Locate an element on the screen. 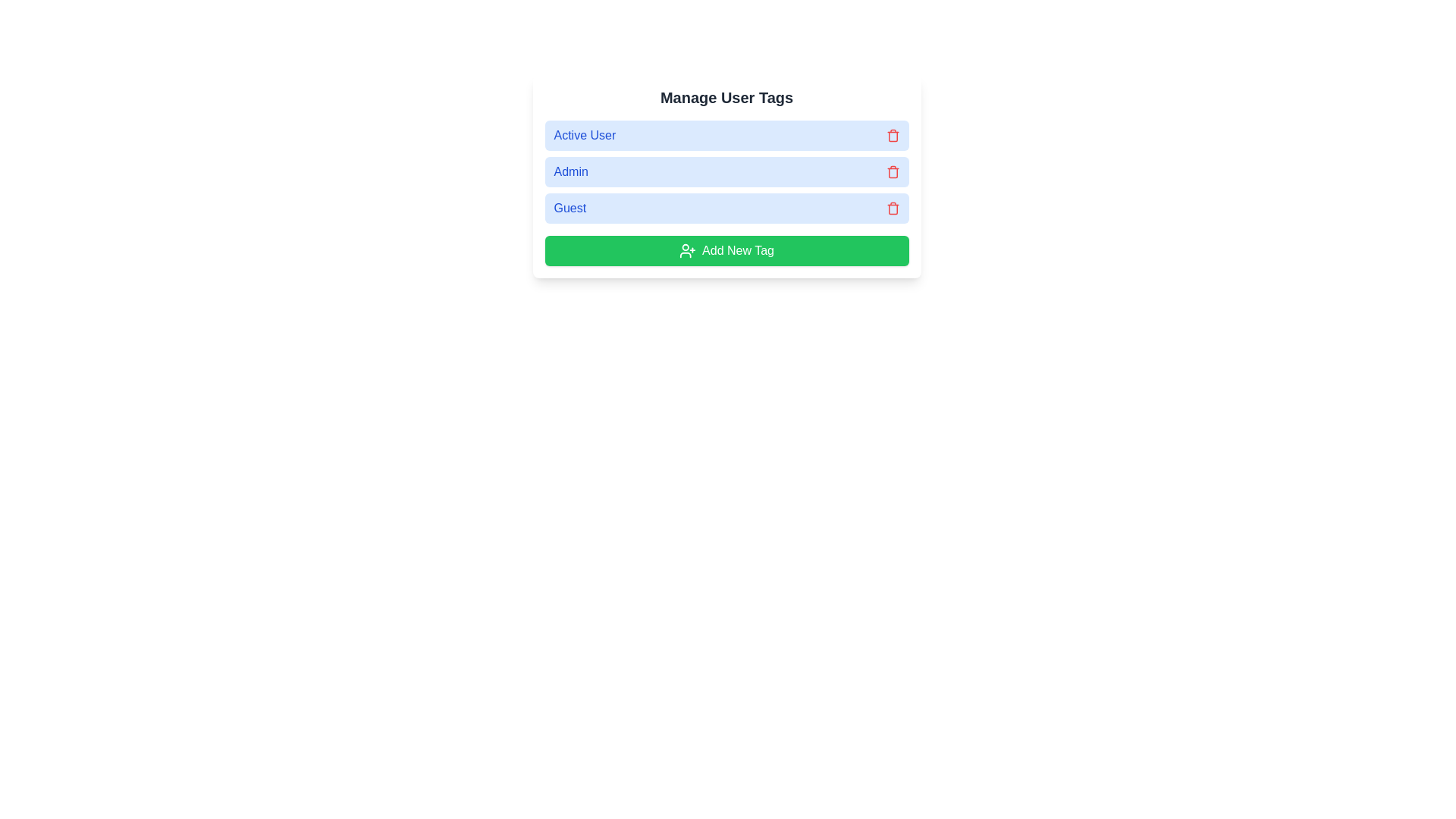  the 'Admin' tag label for potential editing, located in the 'Manage User Tags' section as the second entry in the list is located at coordinates (726, 171).